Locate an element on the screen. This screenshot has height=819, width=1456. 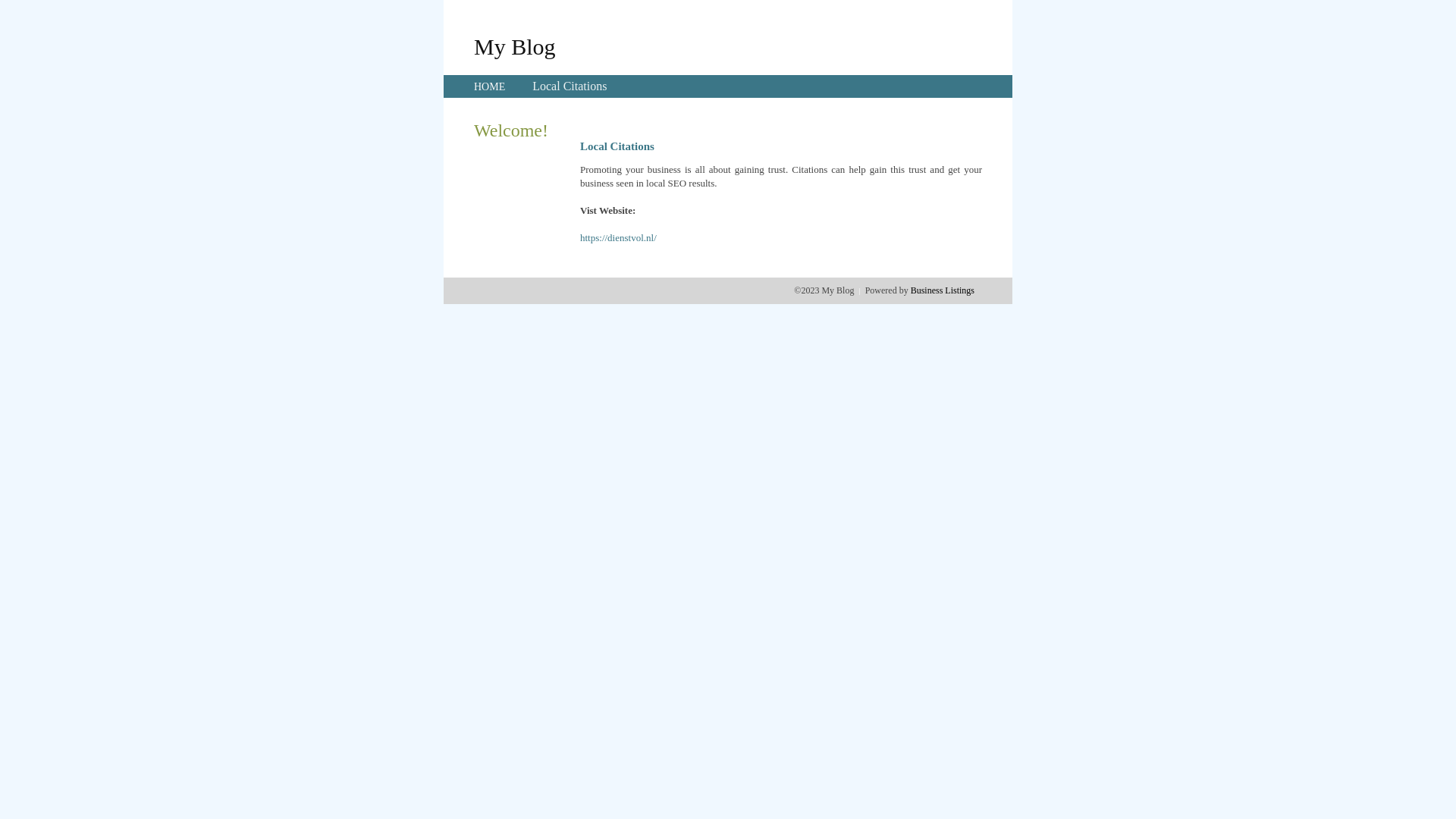
'https://dienstvol.nl/' is located at coordinates (618, 237).